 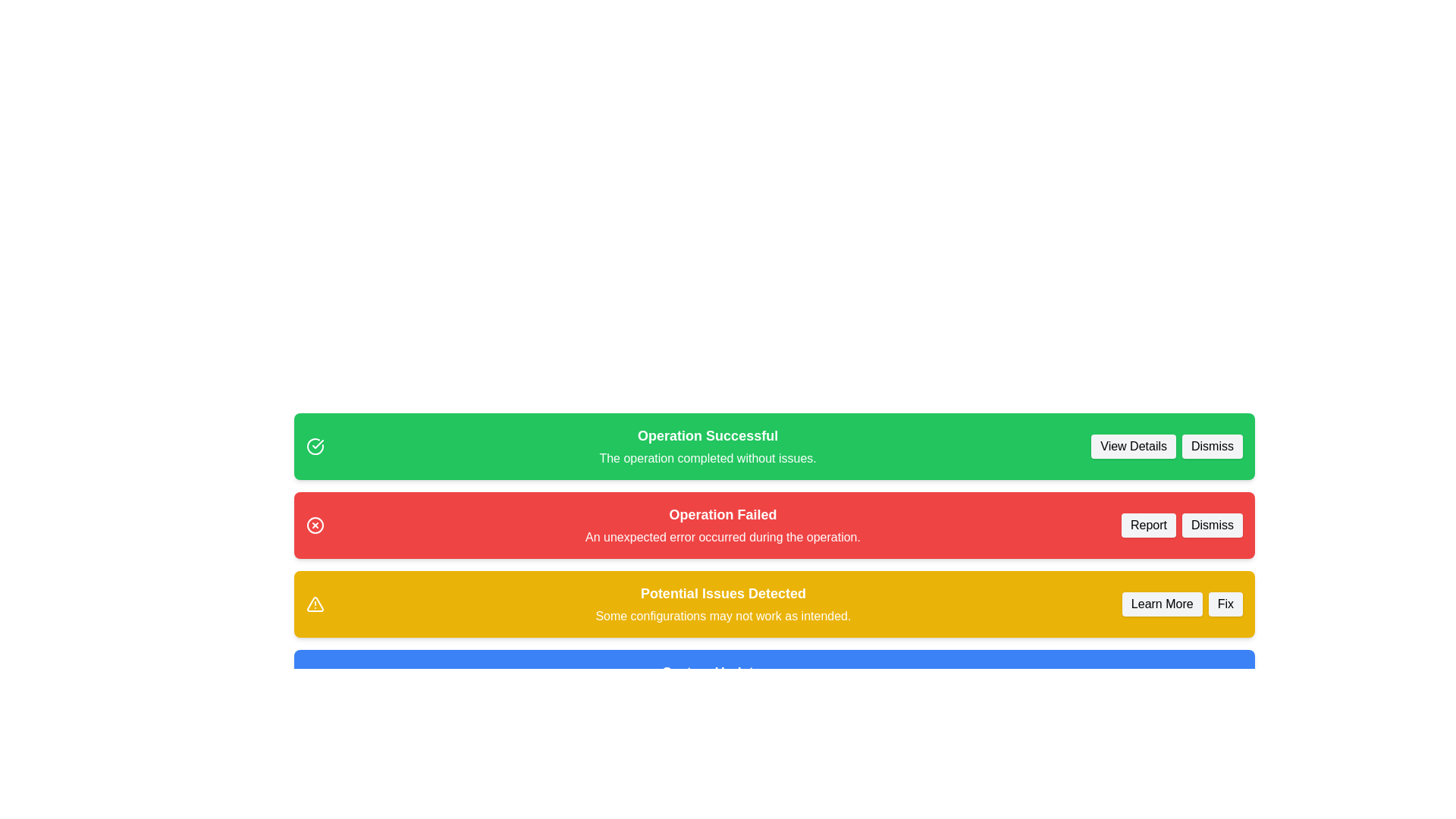 I want to click on the Message or alert content component that displays 'Operation Successful' in bold with a green background, located above the buttons 'View Details' and 'Dismiss', so click(x=707, y=446).